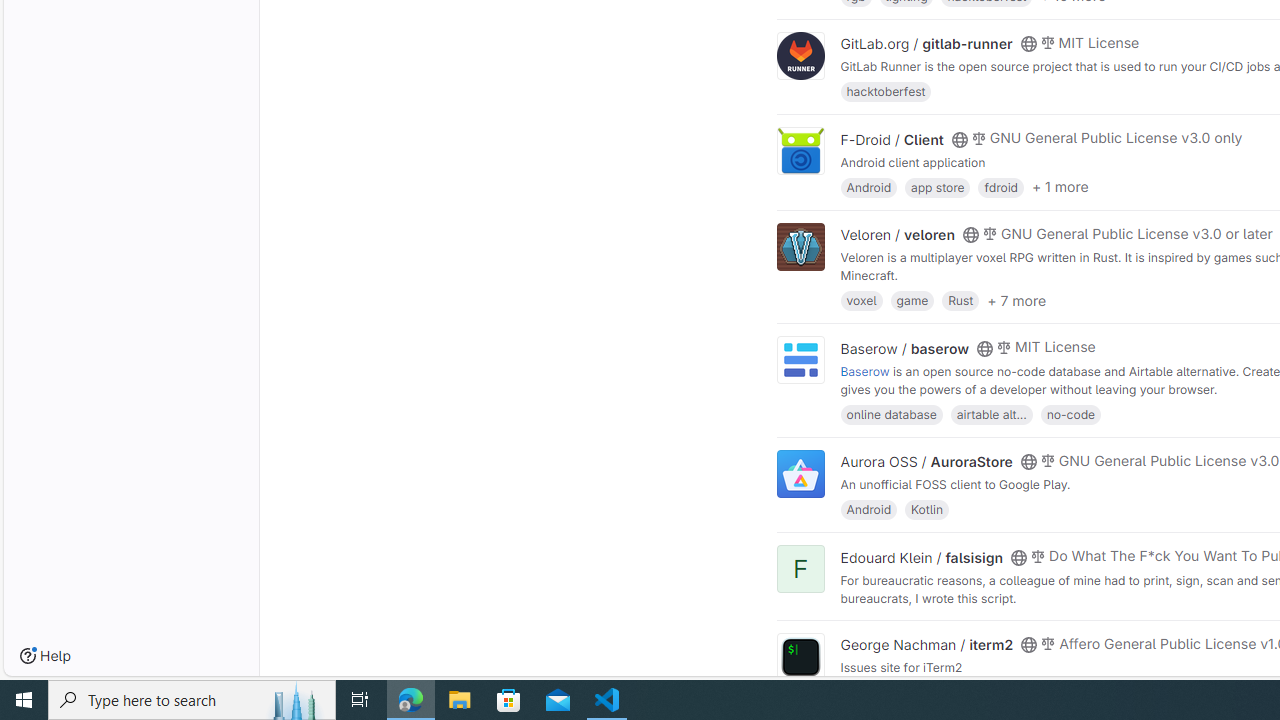 This screenshot has height=720, width=1280. What do you see at coordinates (800, 569) in the screenshot?
I see `'F'` at bounding box center [800, 569].